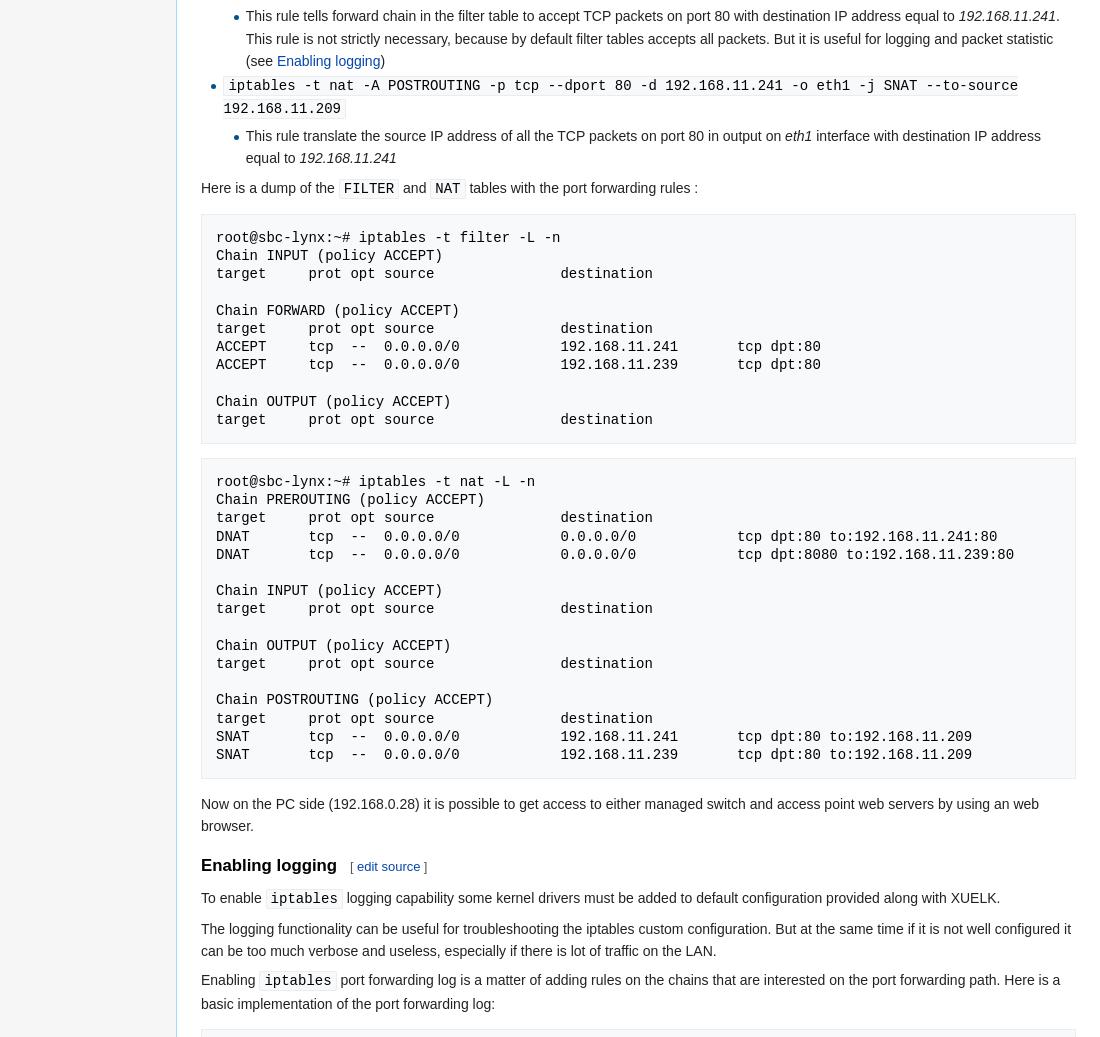 This screenshot has height=1037, width=1100. I want to click on 'Here is a dump of the', so click(269, 185).